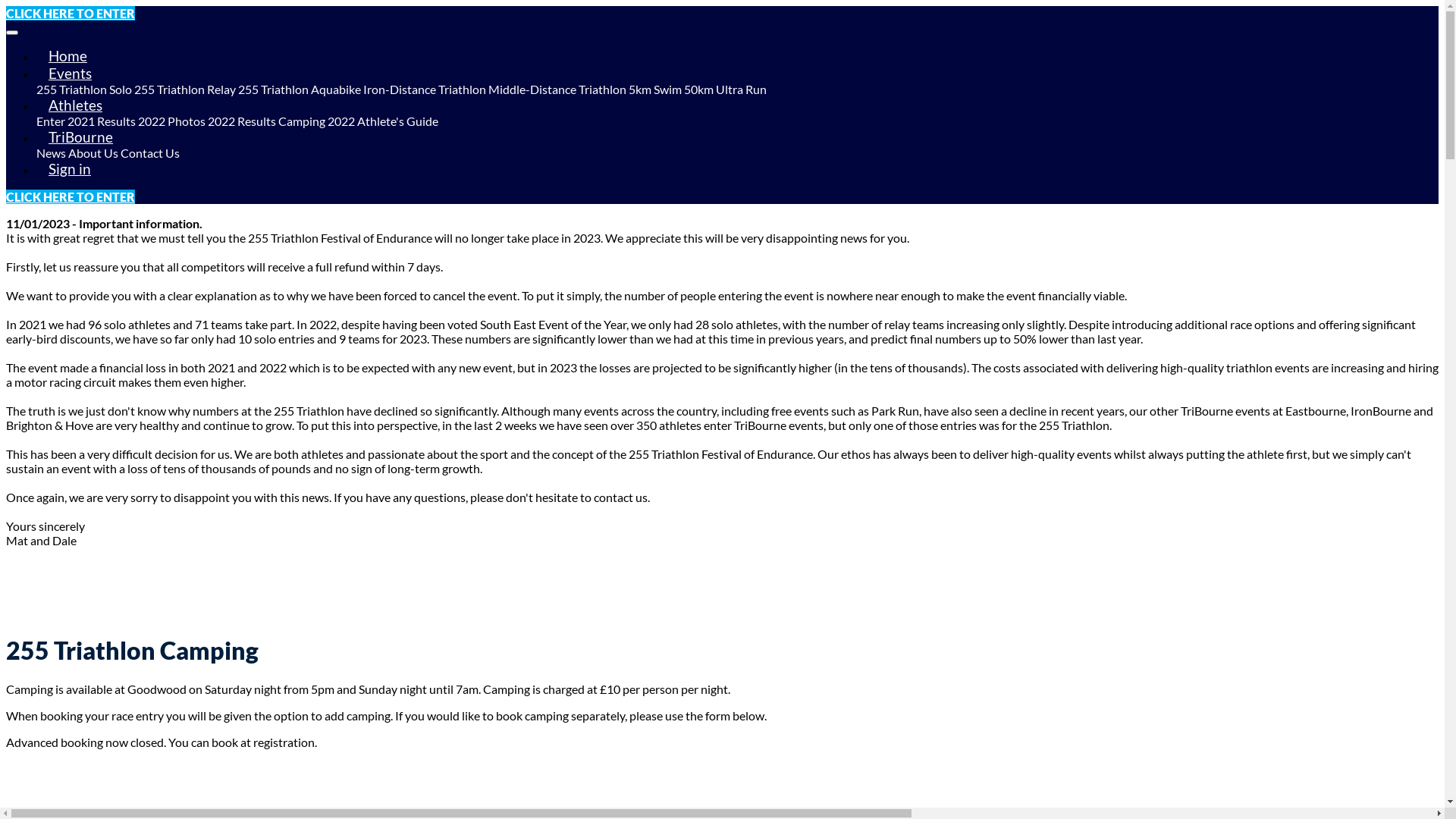  What do you see at coordinates (51, 120) in the screenshot?
I see `'Enter'` at bounding box center [51, 120].